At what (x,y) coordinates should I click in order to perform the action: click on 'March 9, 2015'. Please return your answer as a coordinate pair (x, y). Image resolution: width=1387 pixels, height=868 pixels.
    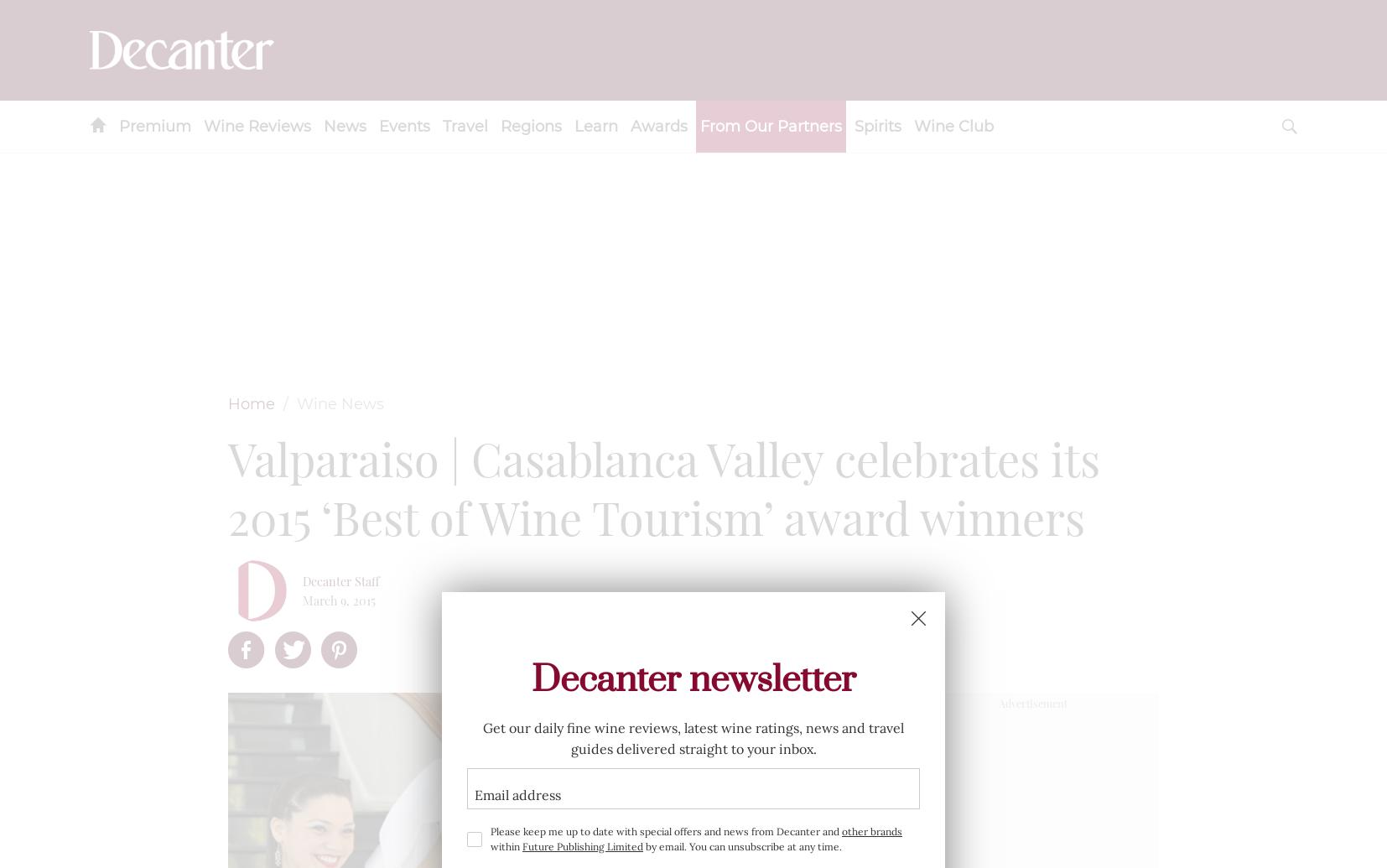
    Looking at the image, I should click on (302, 598).